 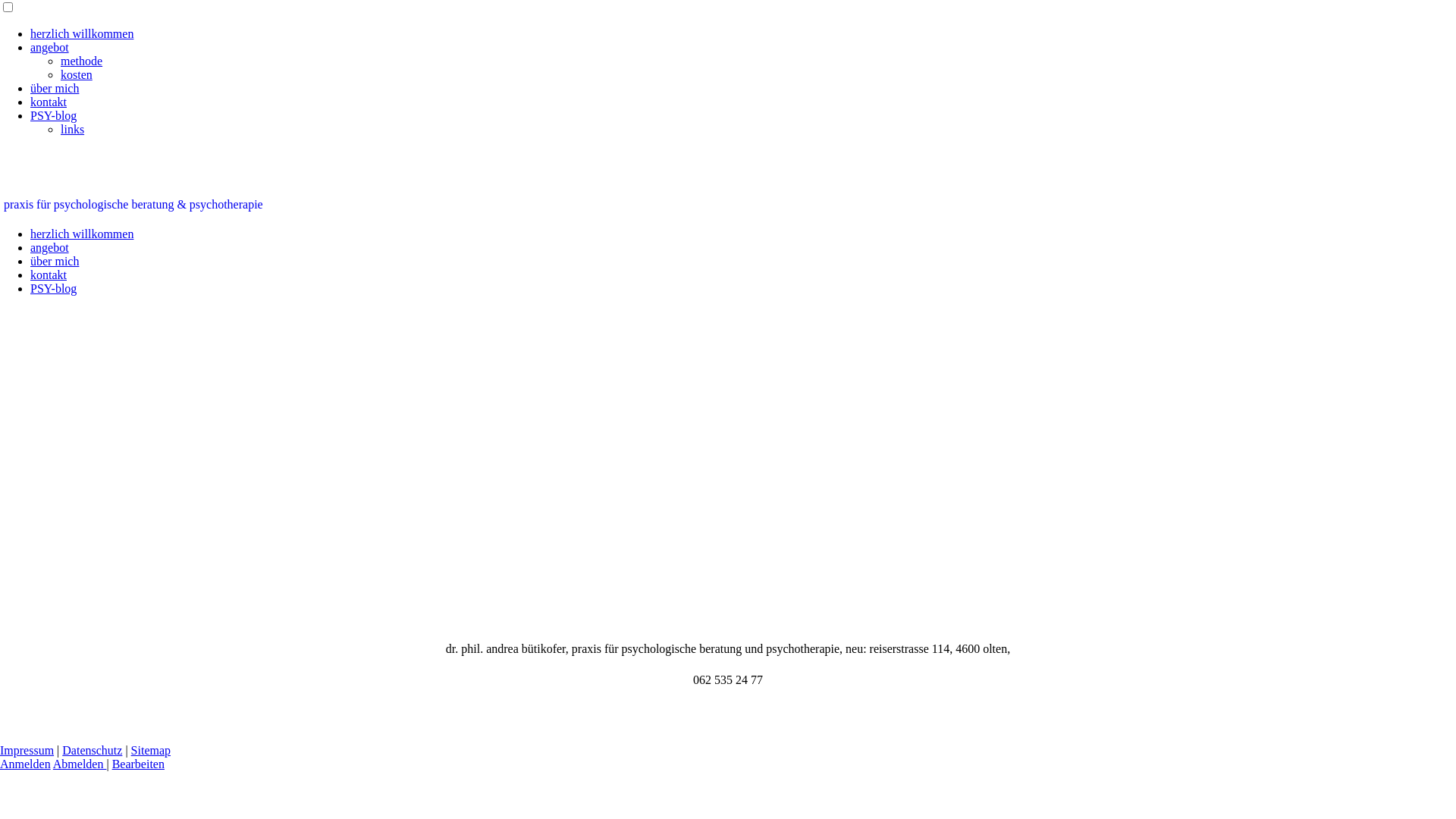 What do you see at coordinates (138, 764) in the screenshot?
I see `'Bearbeiten'` at bounding box center [138, 764].